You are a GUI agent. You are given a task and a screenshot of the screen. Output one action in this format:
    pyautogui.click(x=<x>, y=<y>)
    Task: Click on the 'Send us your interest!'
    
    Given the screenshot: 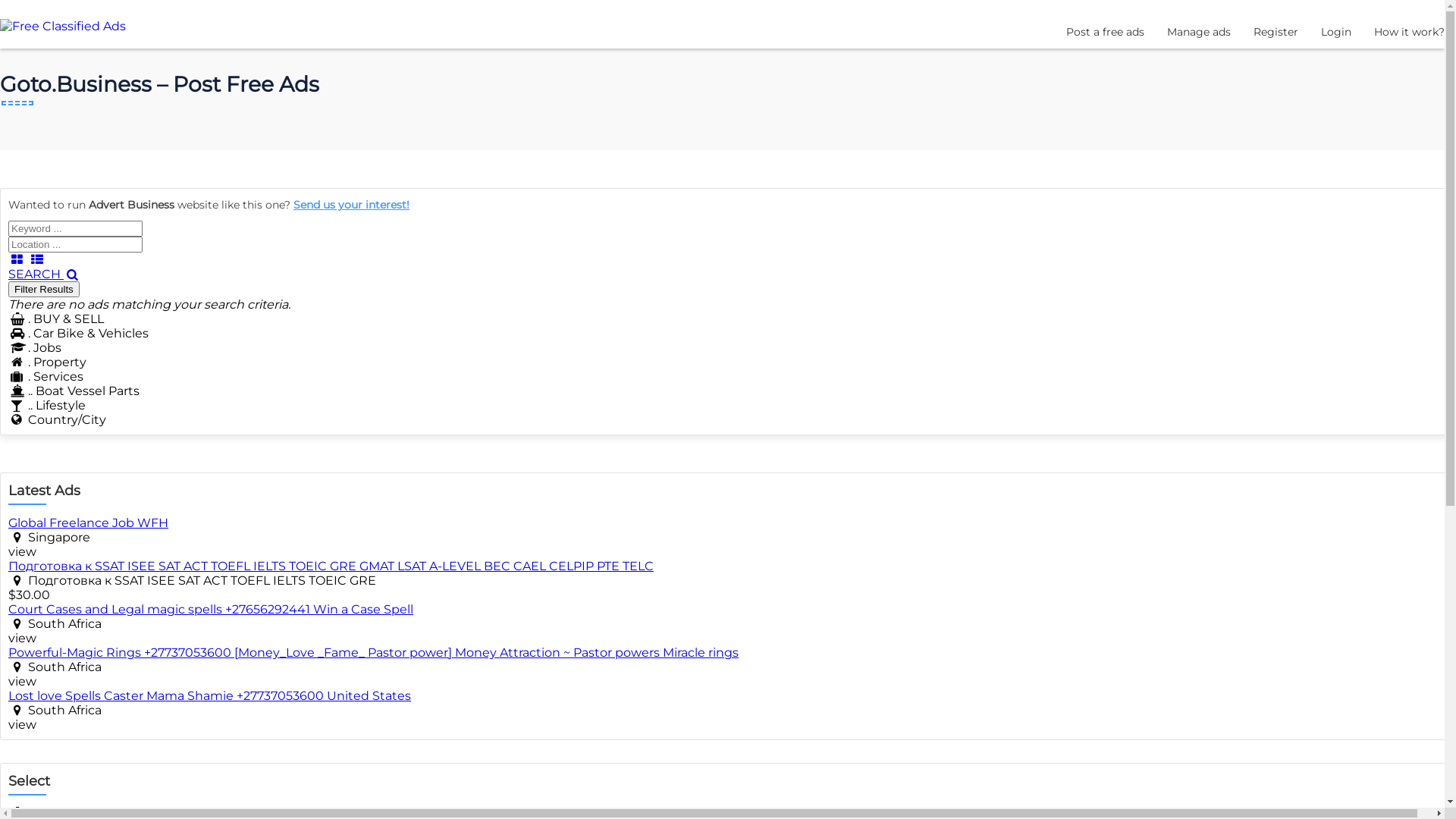 What is the action you would take?
    pyautogui.click(x=350, y=205)
    